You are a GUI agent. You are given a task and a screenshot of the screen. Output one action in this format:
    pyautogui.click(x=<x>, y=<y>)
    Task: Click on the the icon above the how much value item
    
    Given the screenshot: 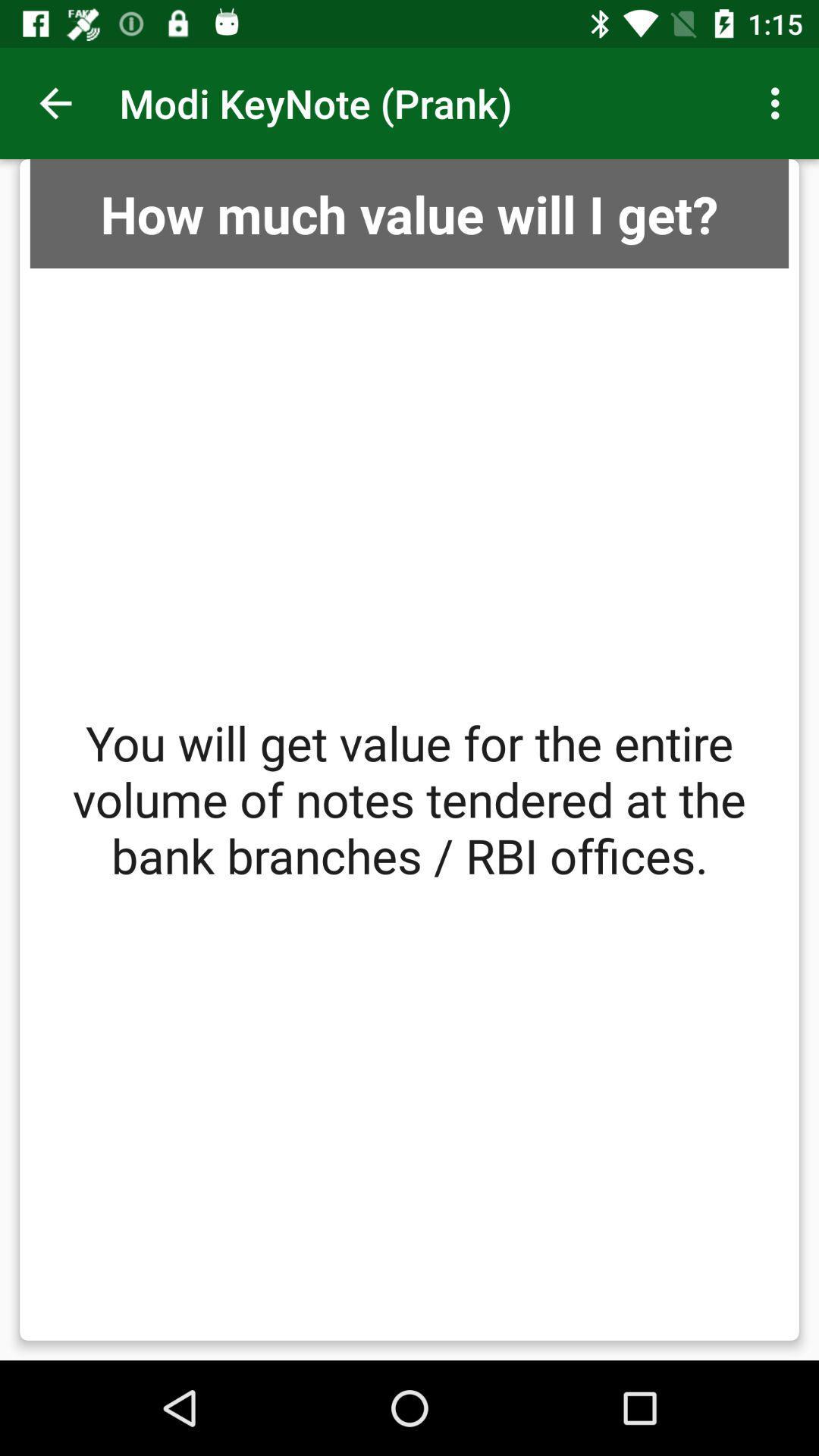 What is the action you would take?
    pyautogui.click(x=55, y=102)
    